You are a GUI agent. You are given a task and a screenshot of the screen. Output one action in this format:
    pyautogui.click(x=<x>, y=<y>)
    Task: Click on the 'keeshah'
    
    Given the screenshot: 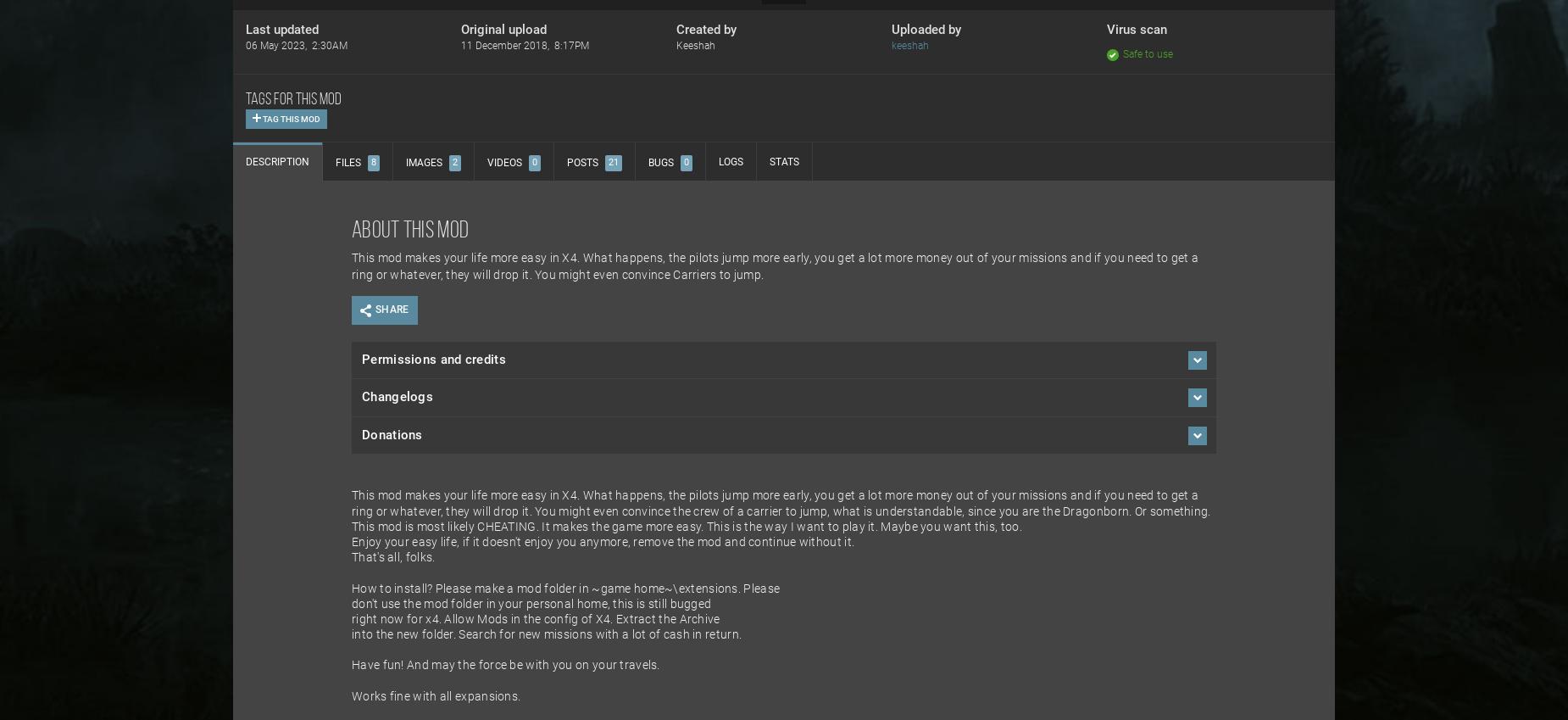 What is the action you would take?
    pyautogui.click(x=909, y=45)
    